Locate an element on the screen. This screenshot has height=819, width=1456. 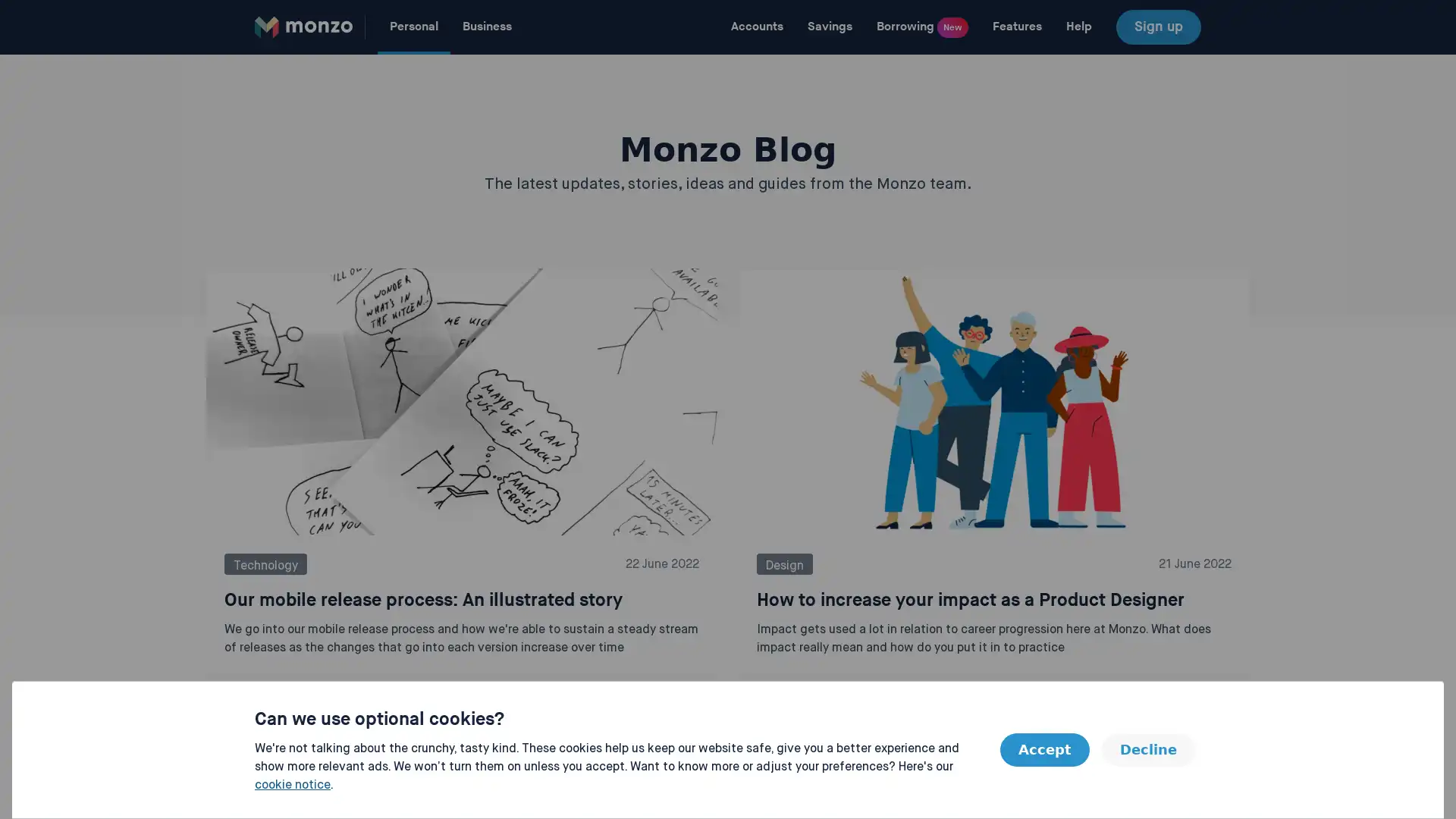
Accounts is located at coordinates (757, 27).